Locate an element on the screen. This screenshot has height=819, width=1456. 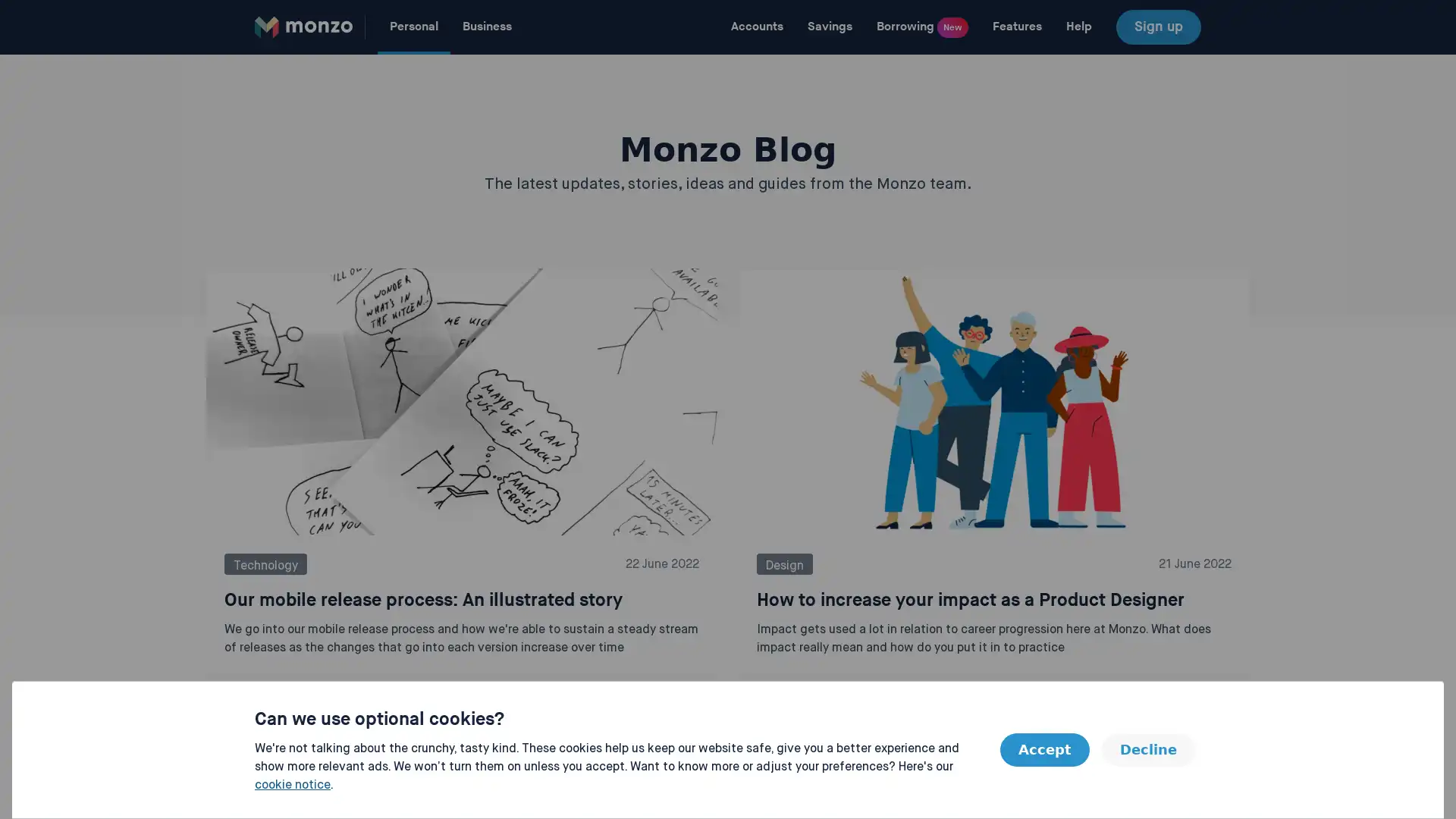
Accounts is located at coordinates (757, 27).